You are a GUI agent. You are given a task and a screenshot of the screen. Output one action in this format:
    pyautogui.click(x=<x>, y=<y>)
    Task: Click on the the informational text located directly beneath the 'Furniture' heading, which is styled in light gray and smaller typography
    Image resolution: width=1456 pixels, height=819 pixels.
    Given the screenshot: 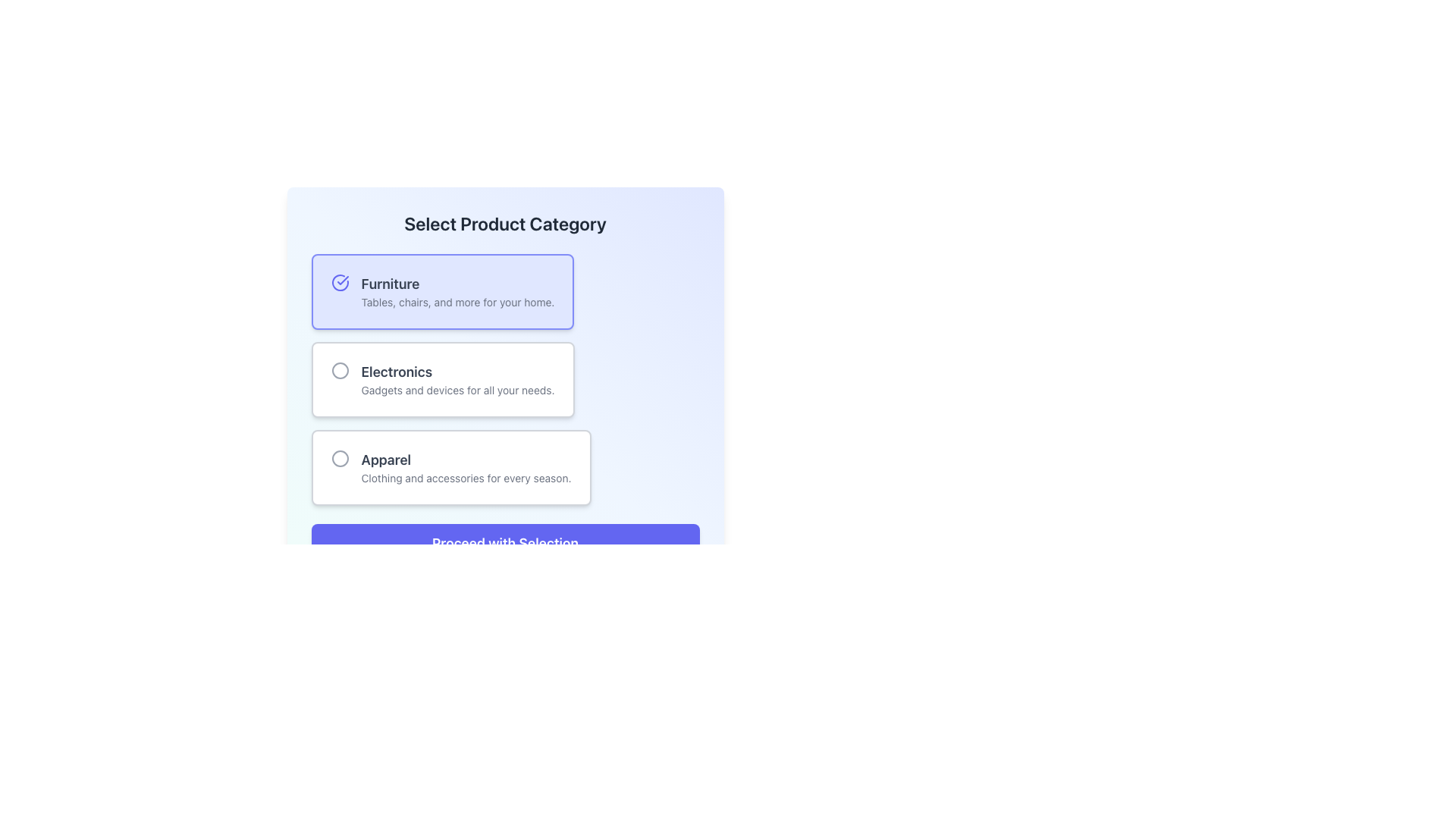 What is the action you would take?
    pyautogui.click(x=457, y=302)
    